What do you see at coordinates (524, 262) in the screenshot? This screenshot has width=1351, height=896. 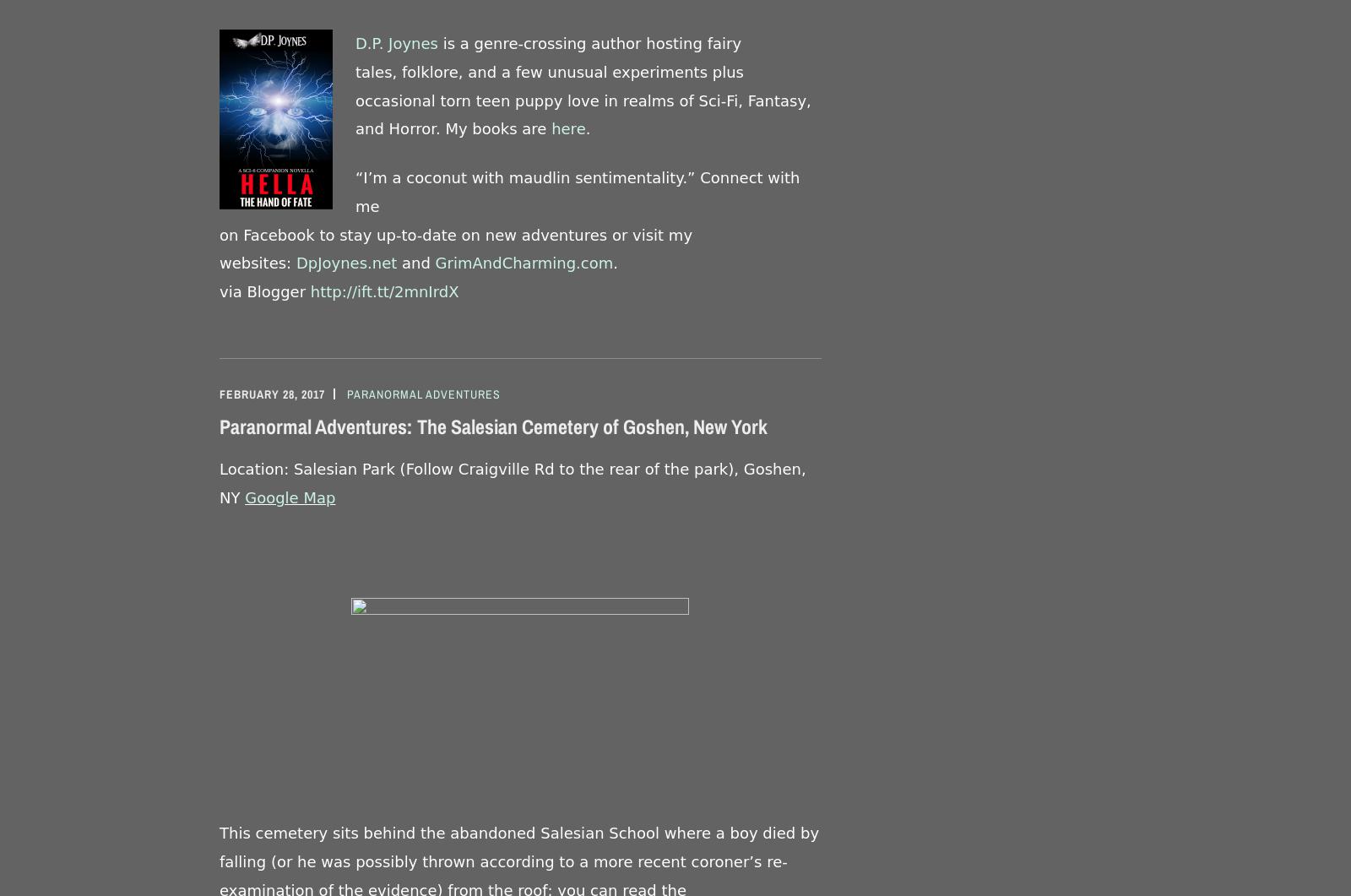 I see `'GrimAndCharming.com'` at bounding box center [524, 262].